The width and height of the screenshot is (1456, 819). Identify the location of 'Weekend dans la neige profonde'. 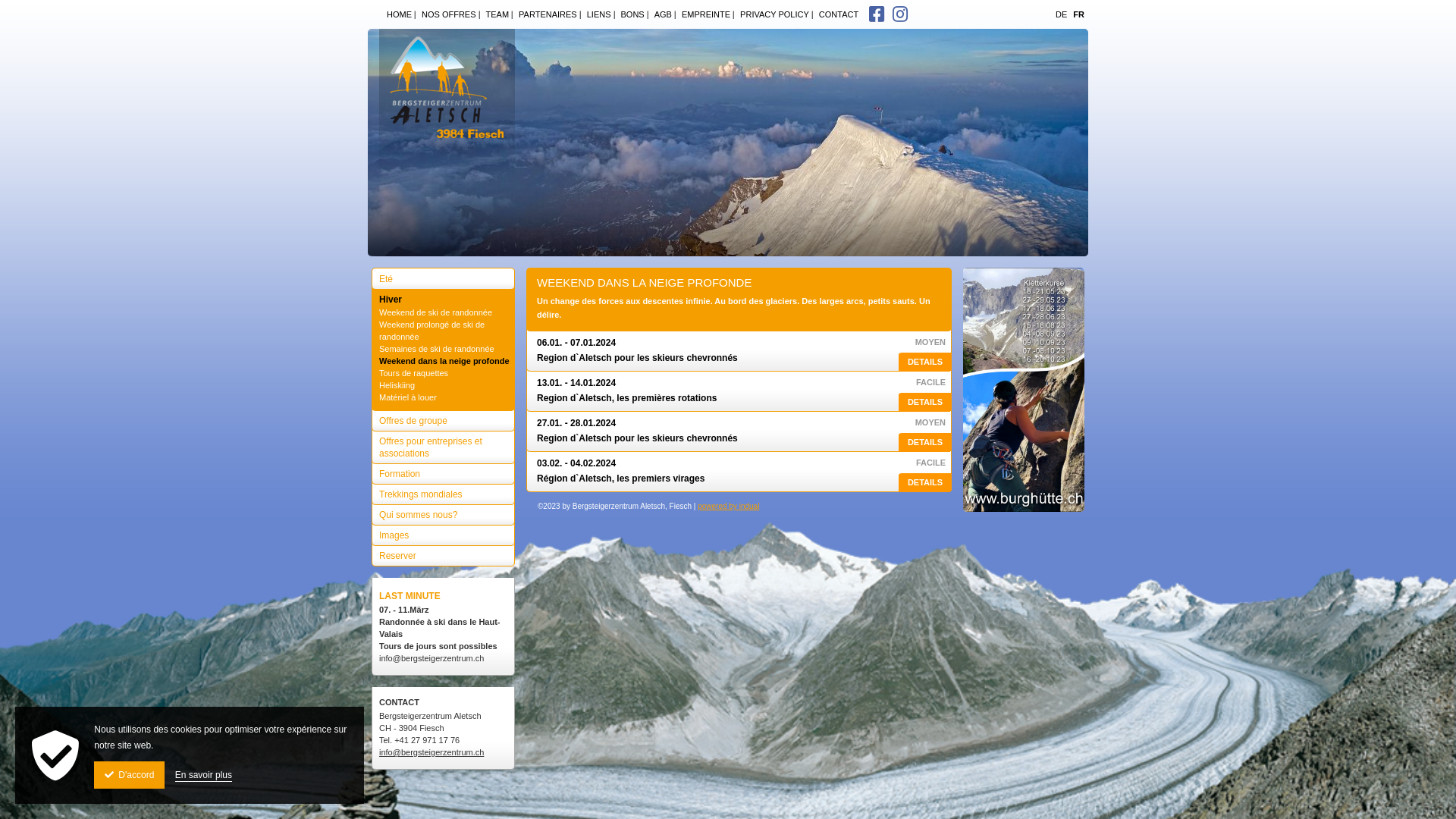
(444, 360).